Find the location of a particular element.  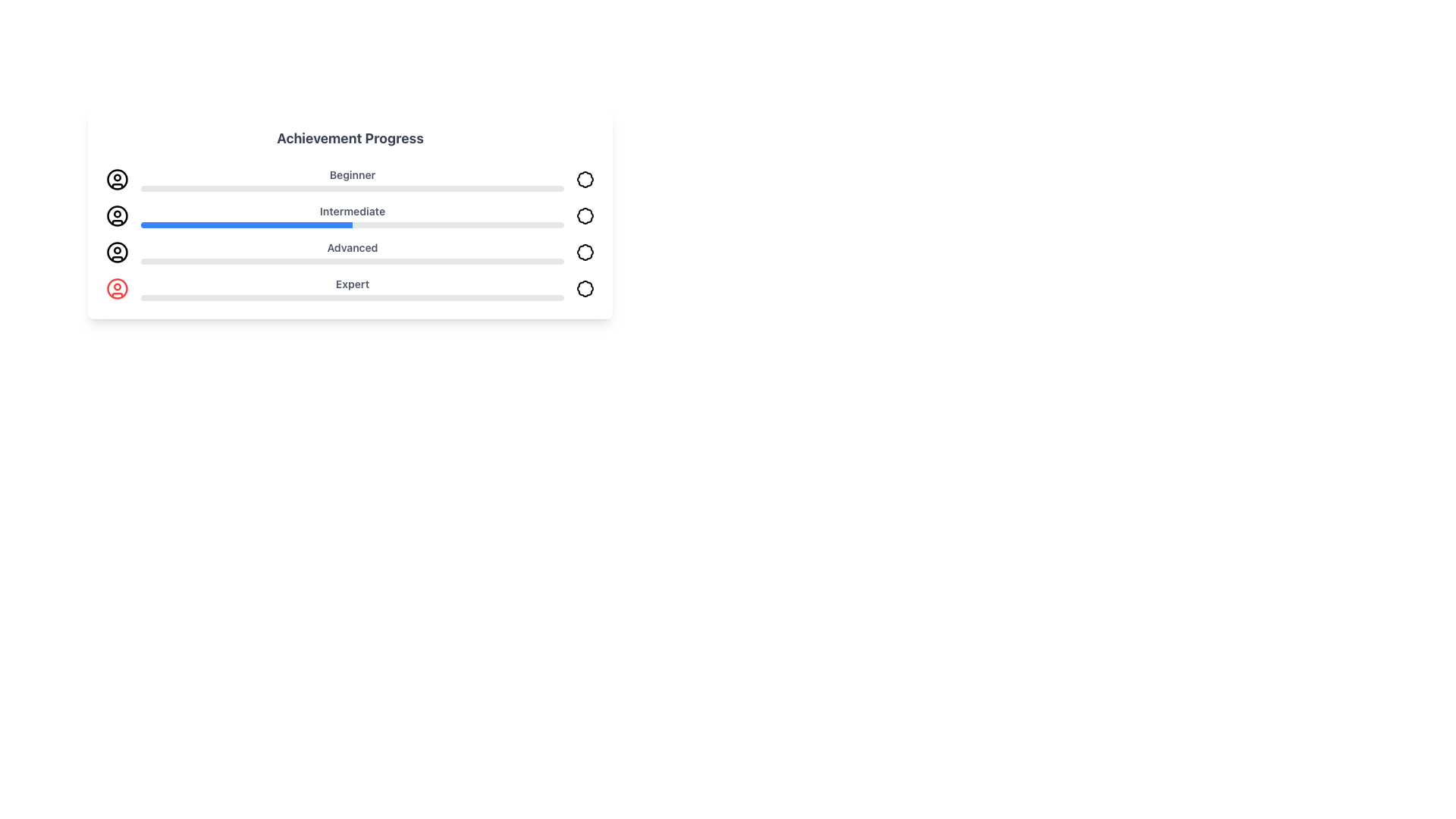

the second user profile icon in the list under the label 'Intermediate', which is a circular blue icon representing a user profile is located at coordinates (116, 216).